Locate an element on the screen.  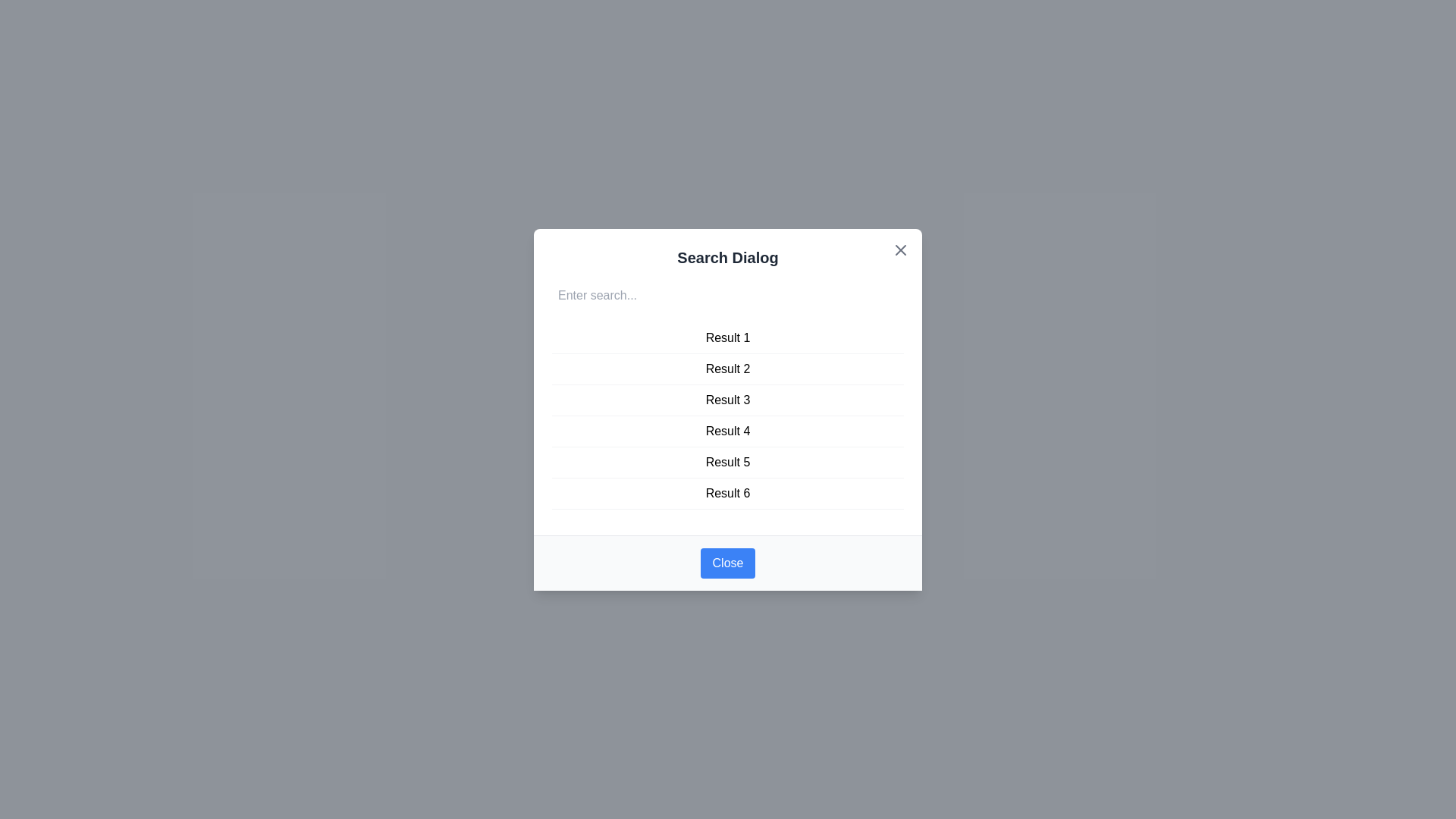
close button at the bottom of the dialog is located at coordinates (728, 563).